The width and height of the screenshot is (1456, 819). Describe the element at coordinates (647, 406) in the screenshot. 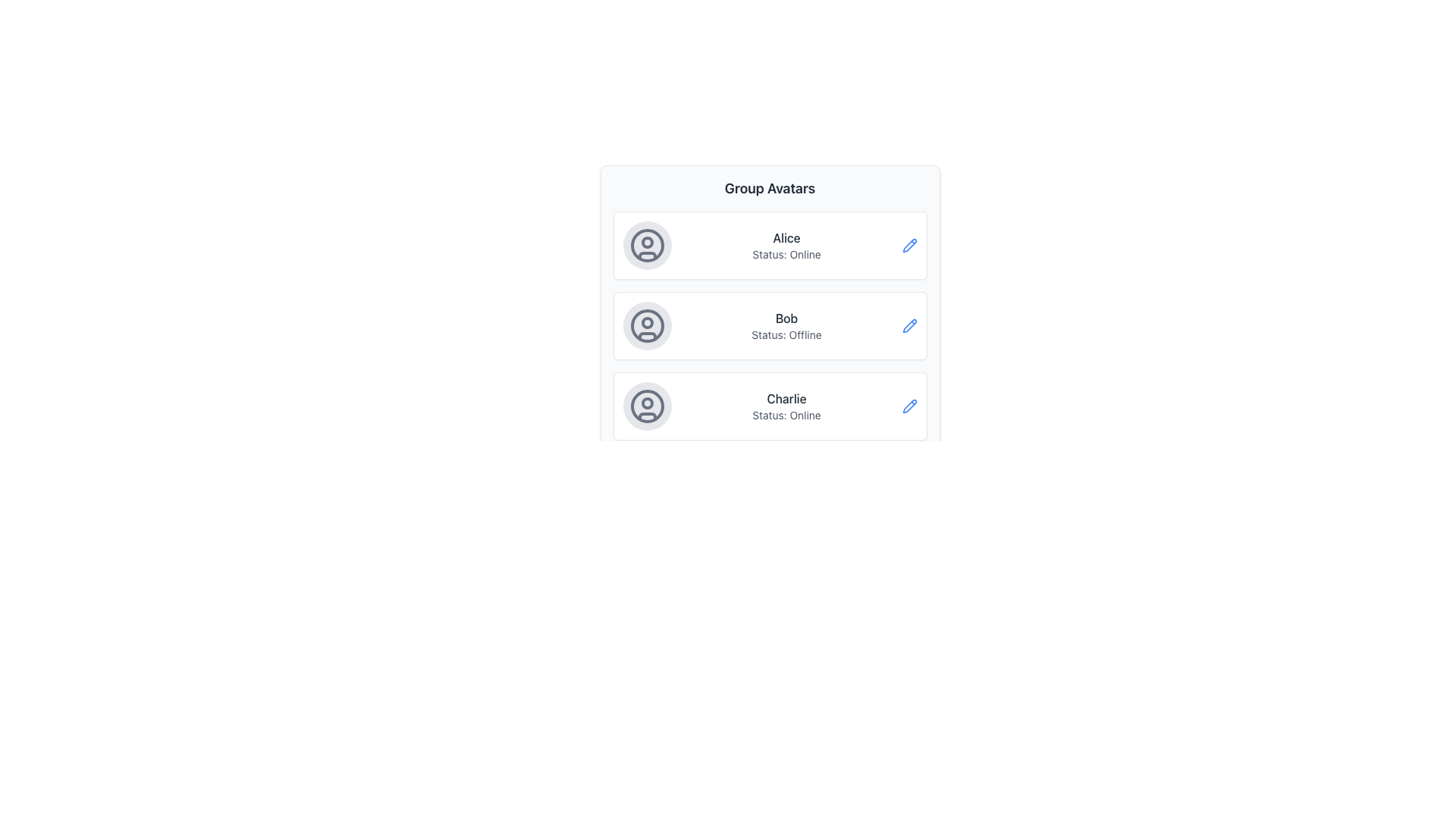

I see `the circular SVG graphic element representing the user profile for 'Charlie', which is the third user icon in the vertical list of user profiles` at that location.